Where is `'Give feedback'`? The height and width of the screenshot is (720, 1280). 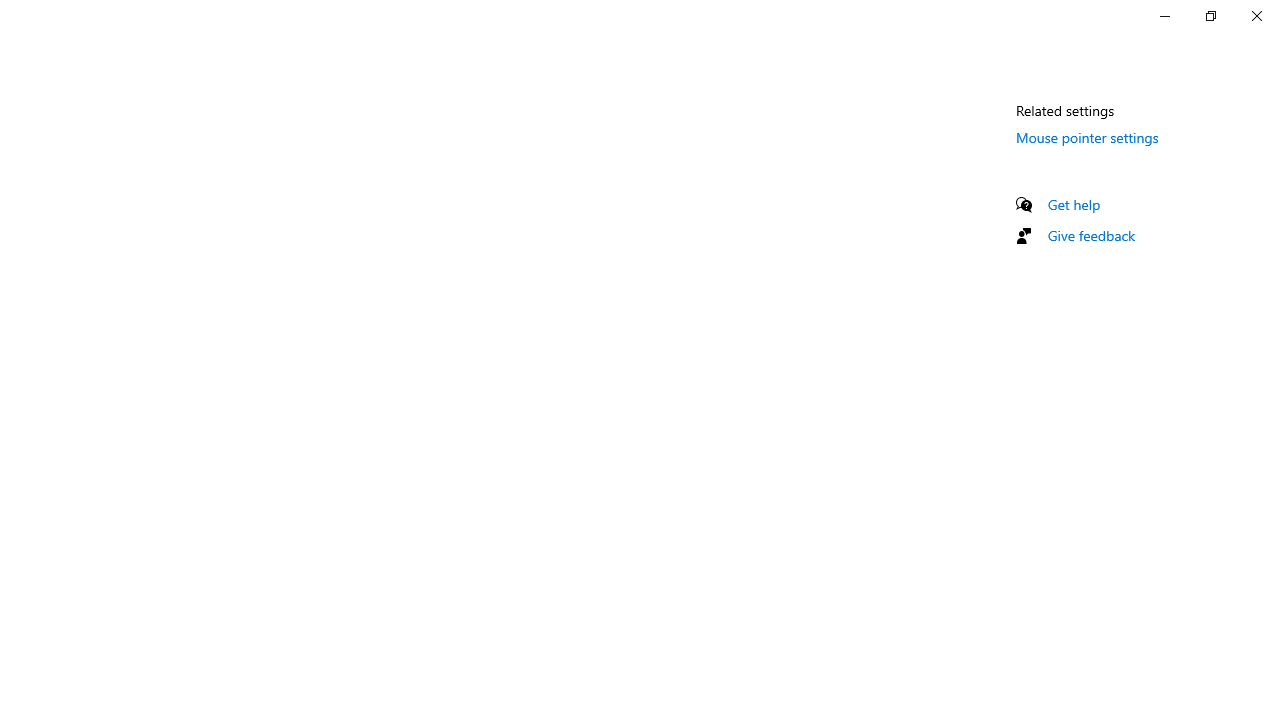
'Give feedback' is located at coordinates (1090, 234).